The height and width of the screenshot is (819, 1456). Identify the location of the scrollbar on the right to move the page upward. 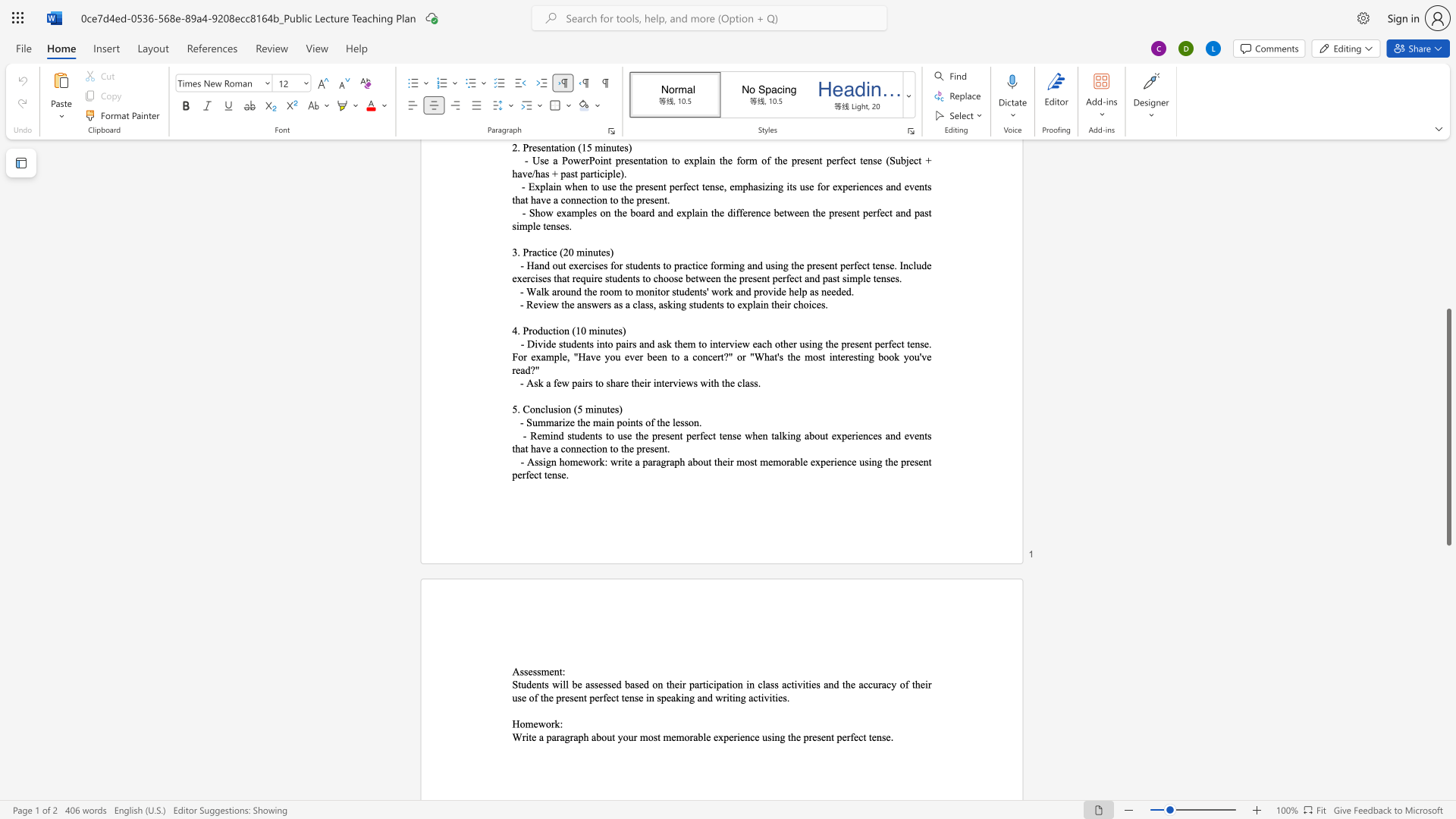
(1448, 288).